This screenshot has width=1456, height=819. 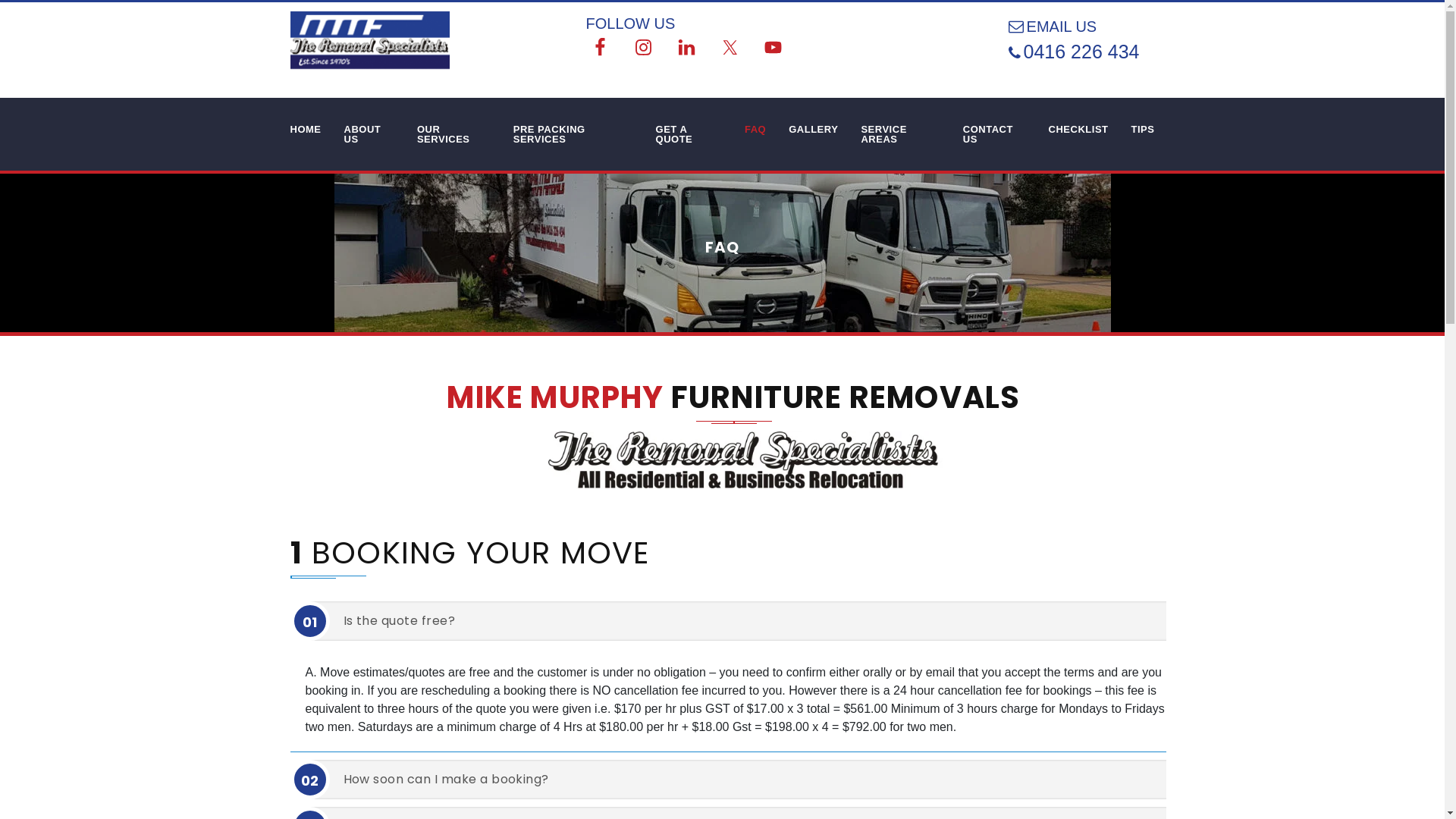 I want to click on '0416 226 434', so click(x=1088, y=51).